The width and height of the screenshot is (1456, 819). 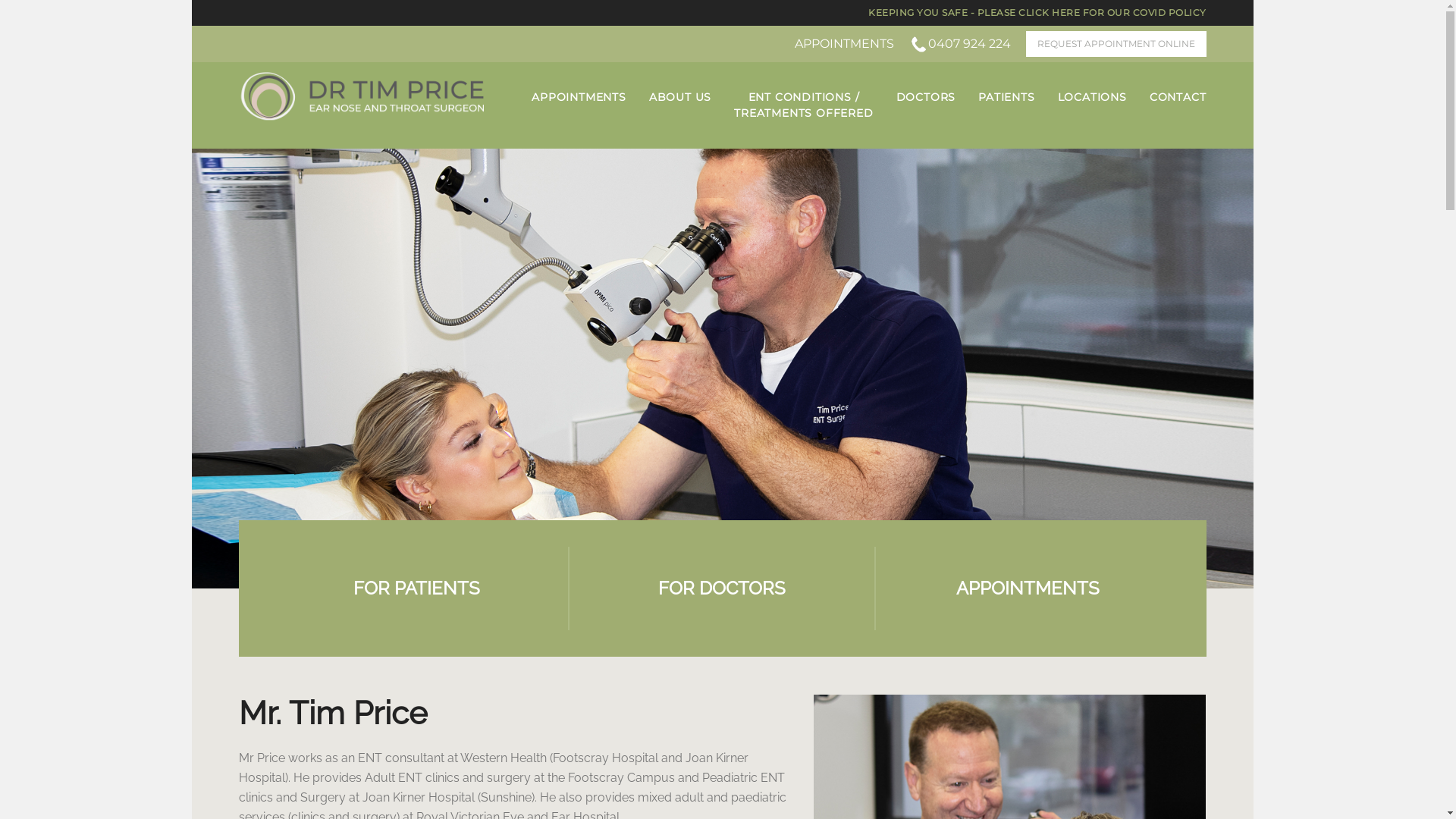 What do you see at coordinates (1057, 97) in the screenshot?
I see `'LOCATIONS'` at bounding box center [1057, 97].